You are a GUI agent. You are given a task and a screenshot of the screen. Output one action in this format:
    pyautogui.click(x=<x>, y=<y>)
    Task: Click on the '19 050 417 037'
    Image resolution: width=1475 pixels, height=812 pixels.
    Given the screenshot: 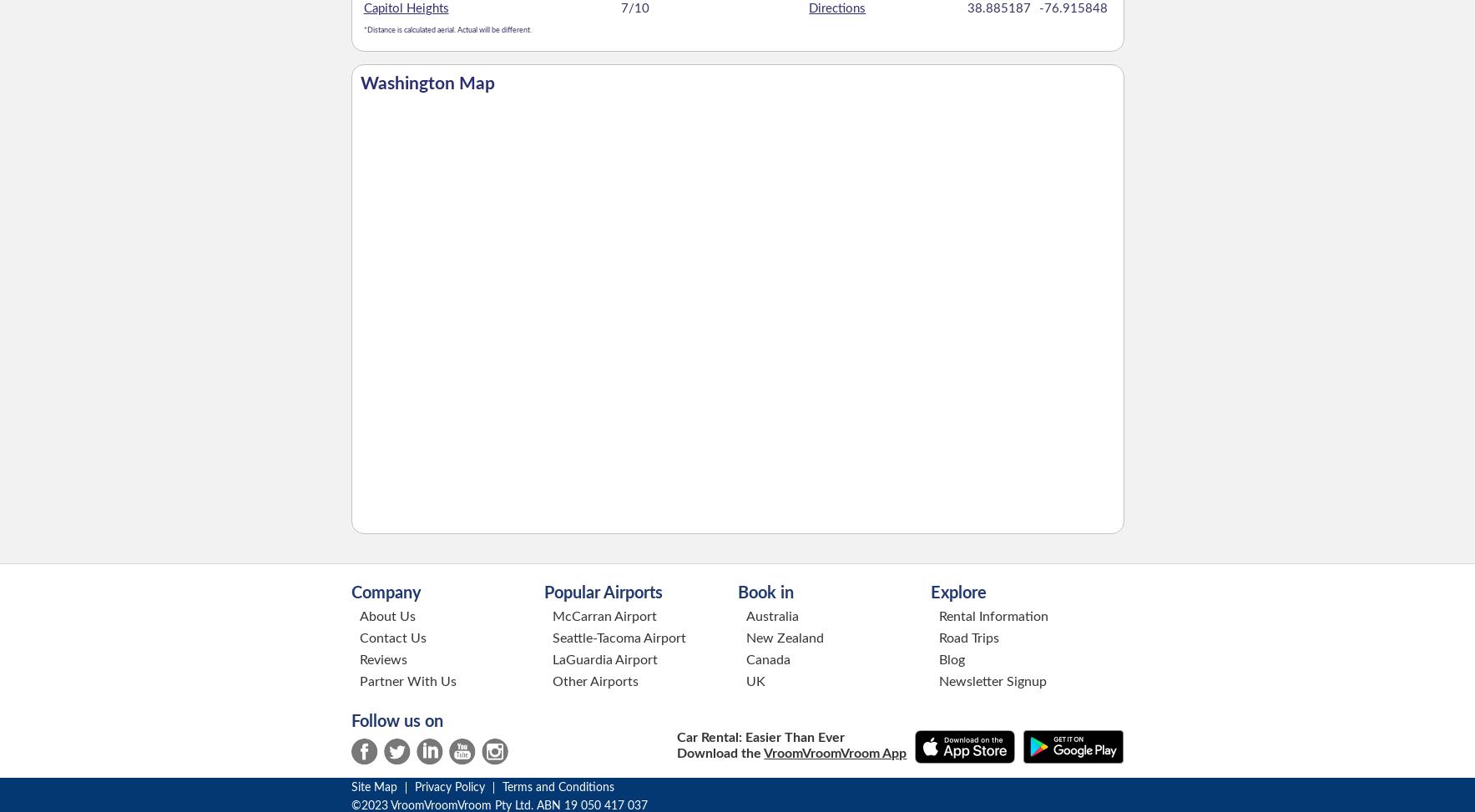 What is the action you would take?
    pyautogui.click(x=604, y=804)
    